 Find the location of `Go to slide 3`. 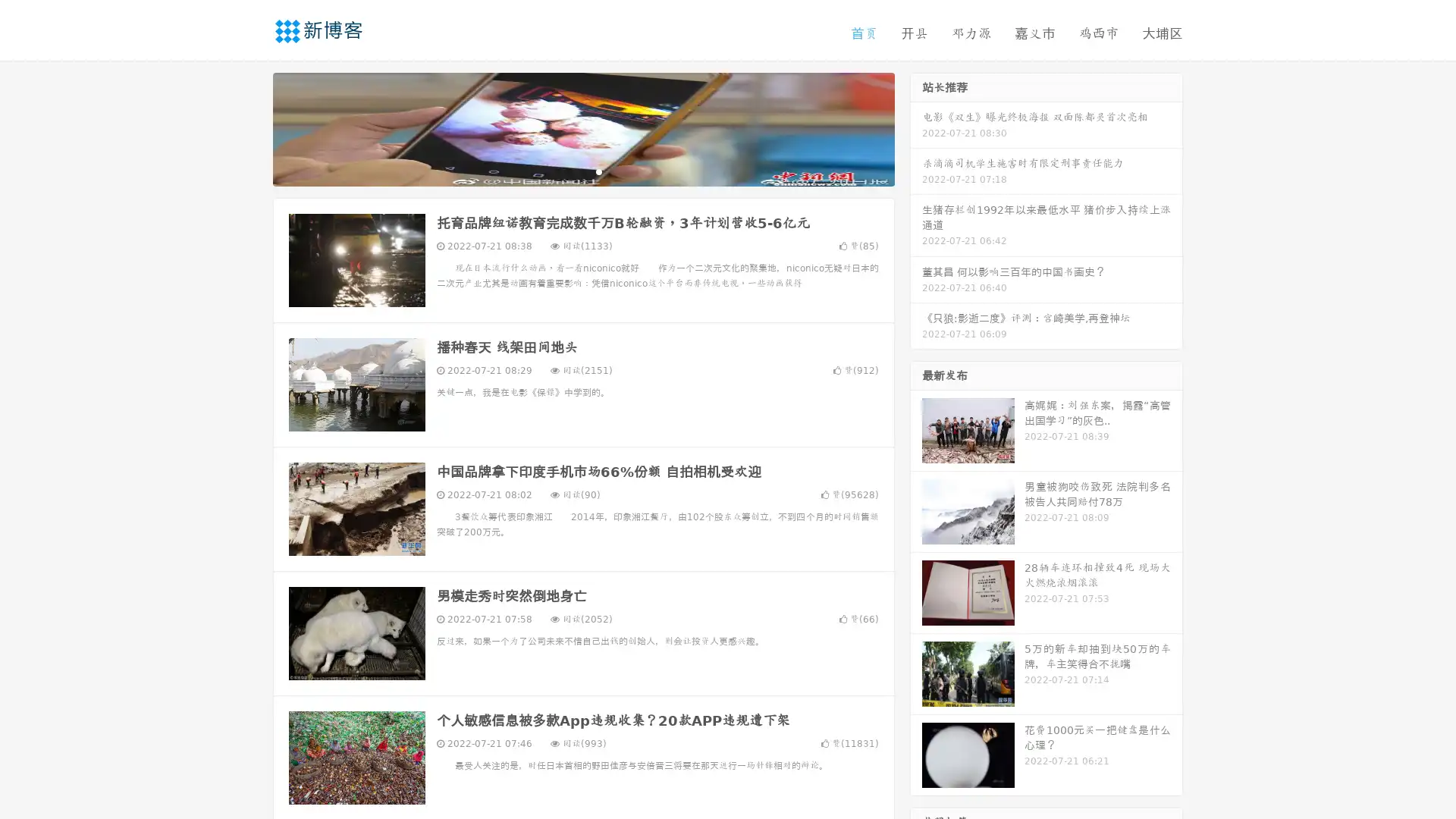

Go to slide 3 is located at coordinates (598, 171).